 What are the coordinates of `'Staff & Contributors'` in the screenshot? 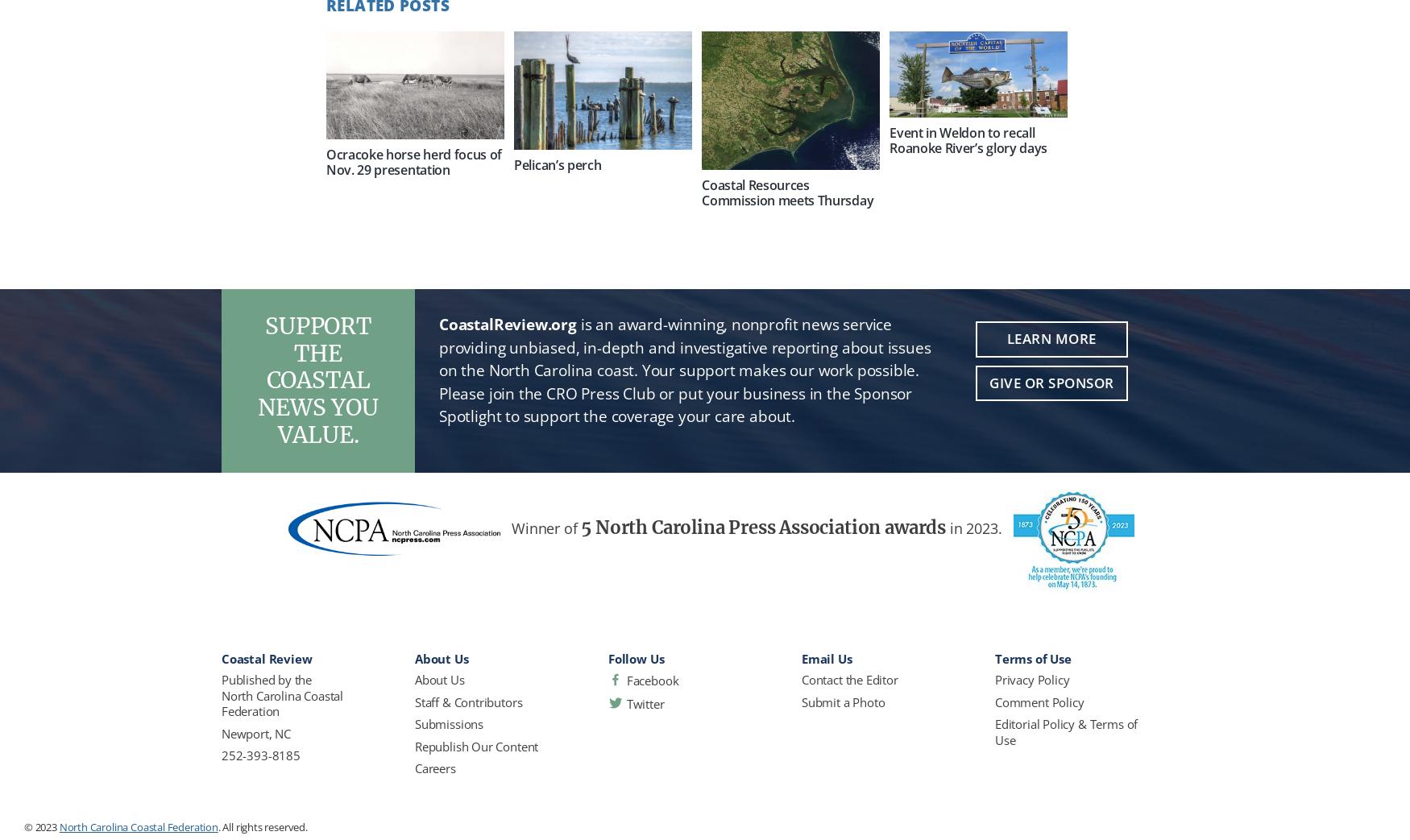 It's located at (468, 701).